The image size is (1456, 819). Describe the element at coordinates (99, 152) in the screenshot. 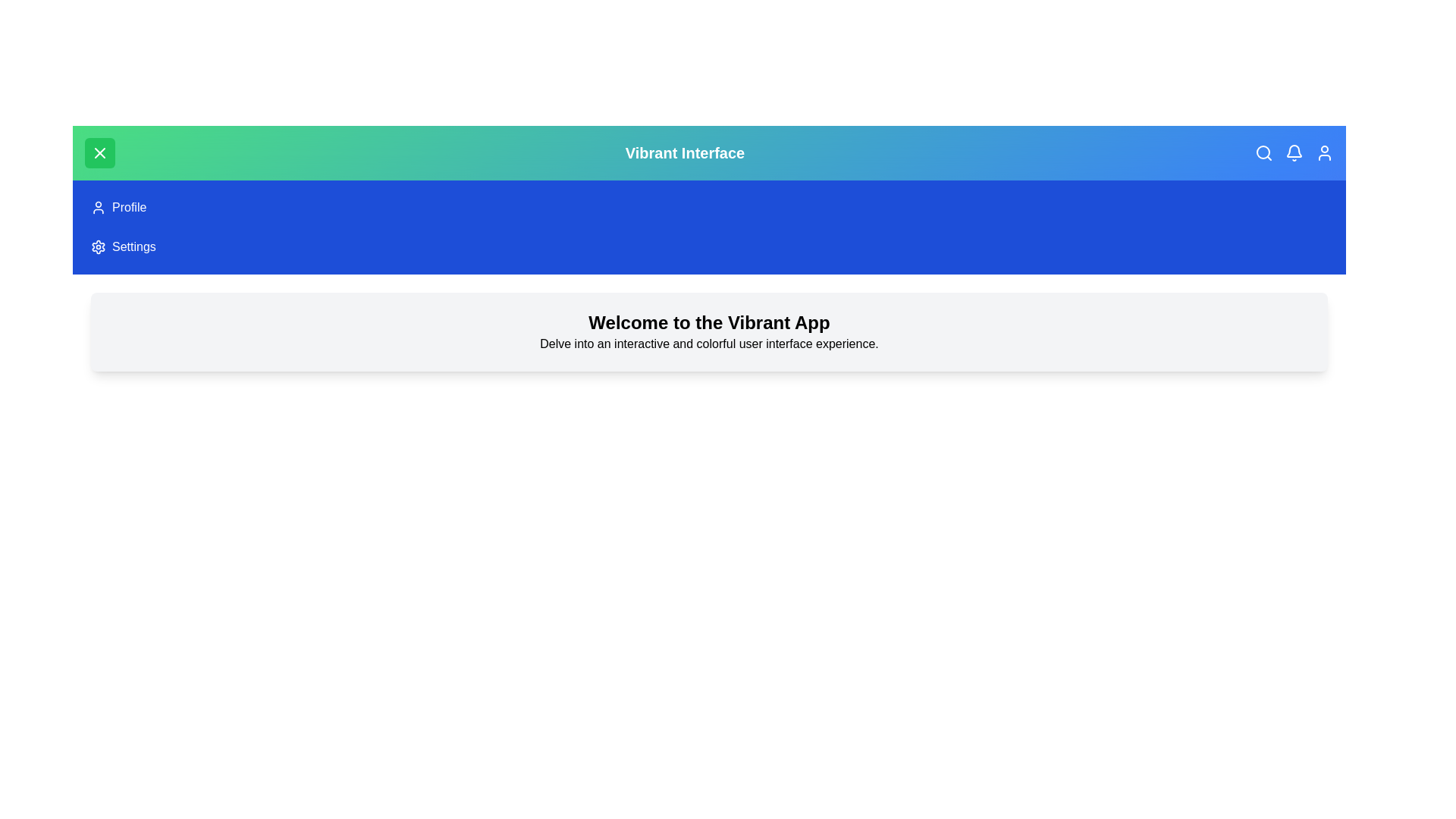

I see `the menu button to toggle the side menu visibility` at that location.